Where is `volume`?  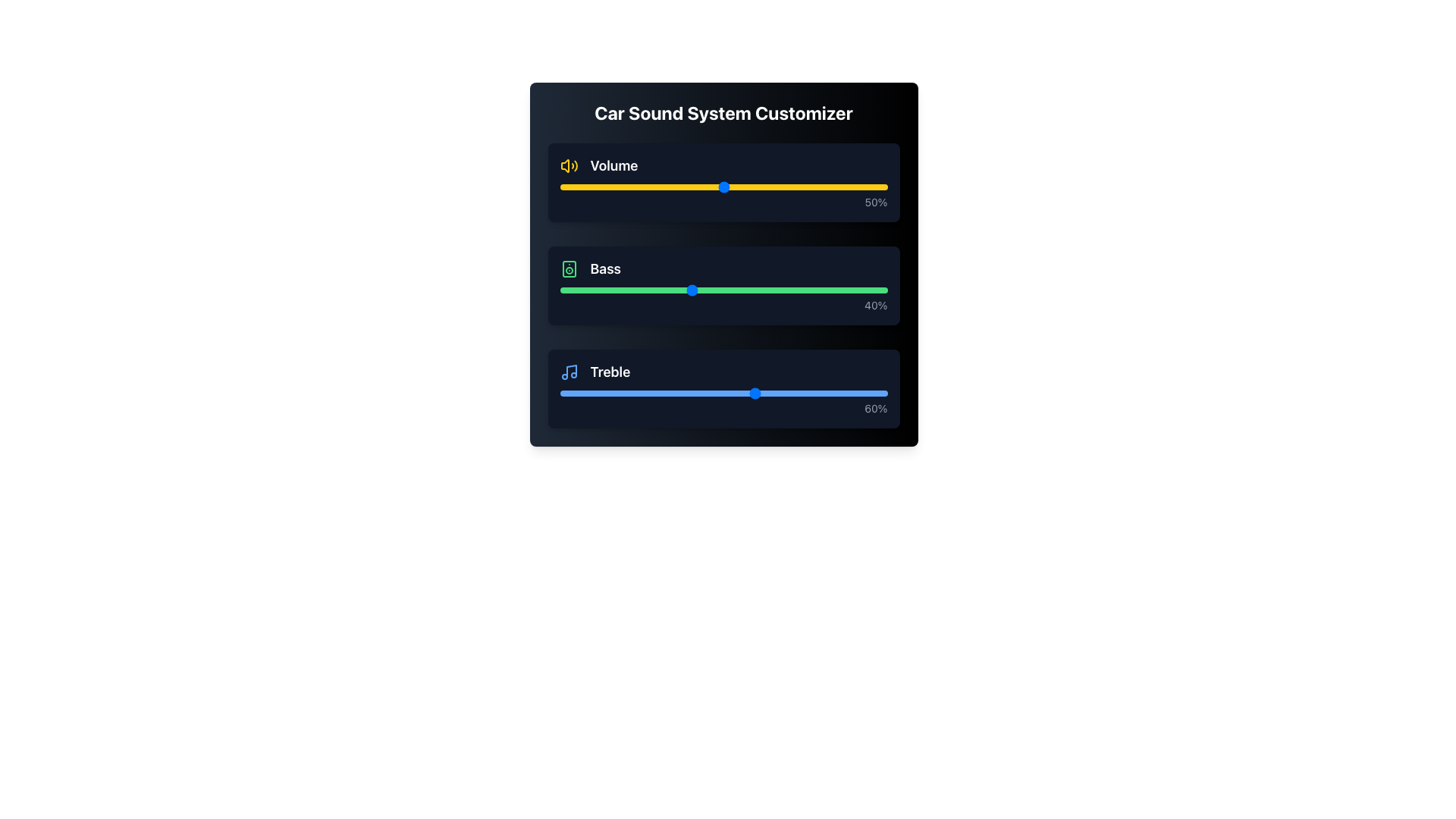
volume is located at coordinates (753, 186).